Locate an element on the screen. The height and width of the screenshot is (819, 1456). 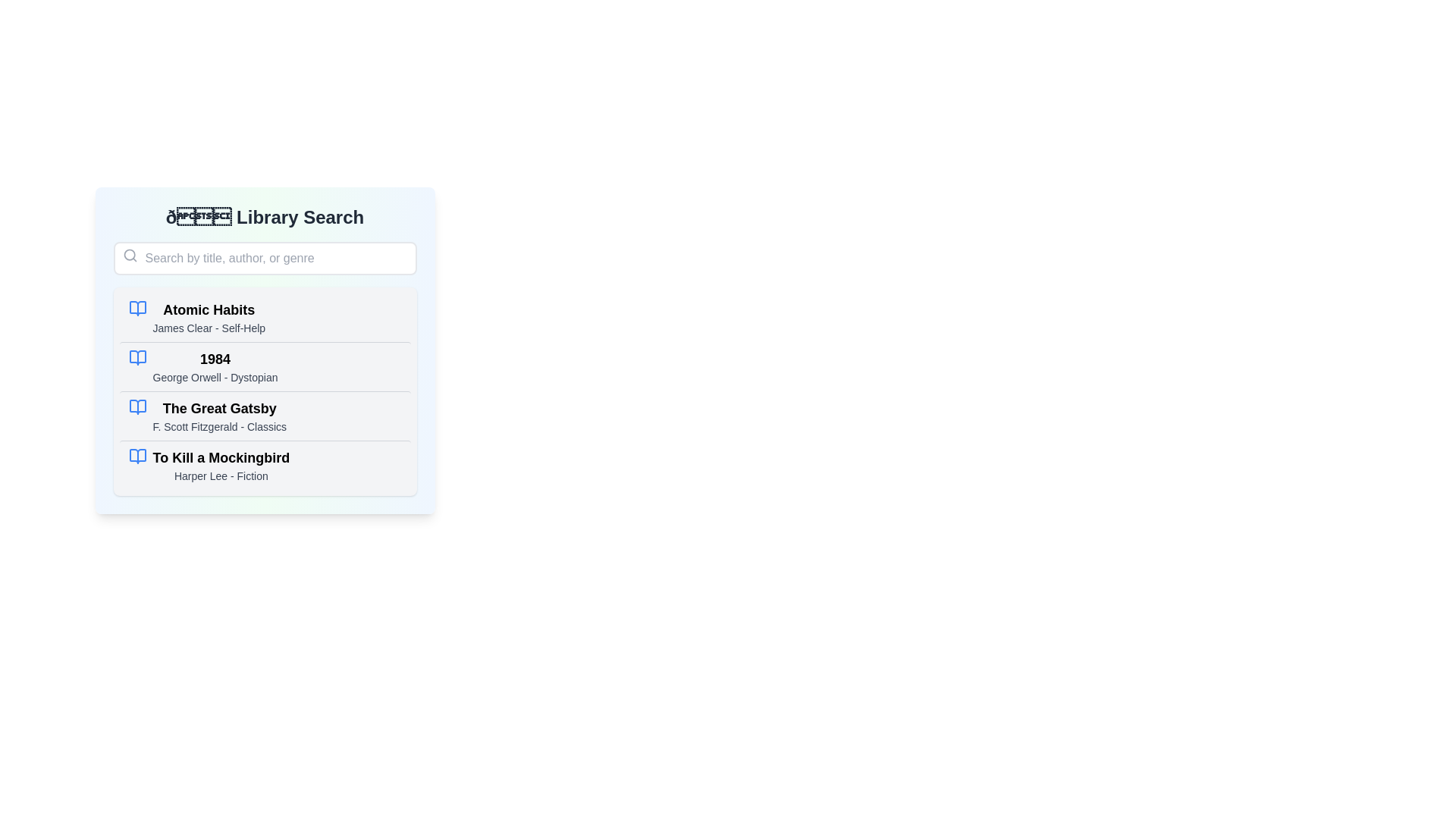
the book icon representing 'Atomic Habits' located at the leftmost position of the list item is located at coordinates (137, 308).